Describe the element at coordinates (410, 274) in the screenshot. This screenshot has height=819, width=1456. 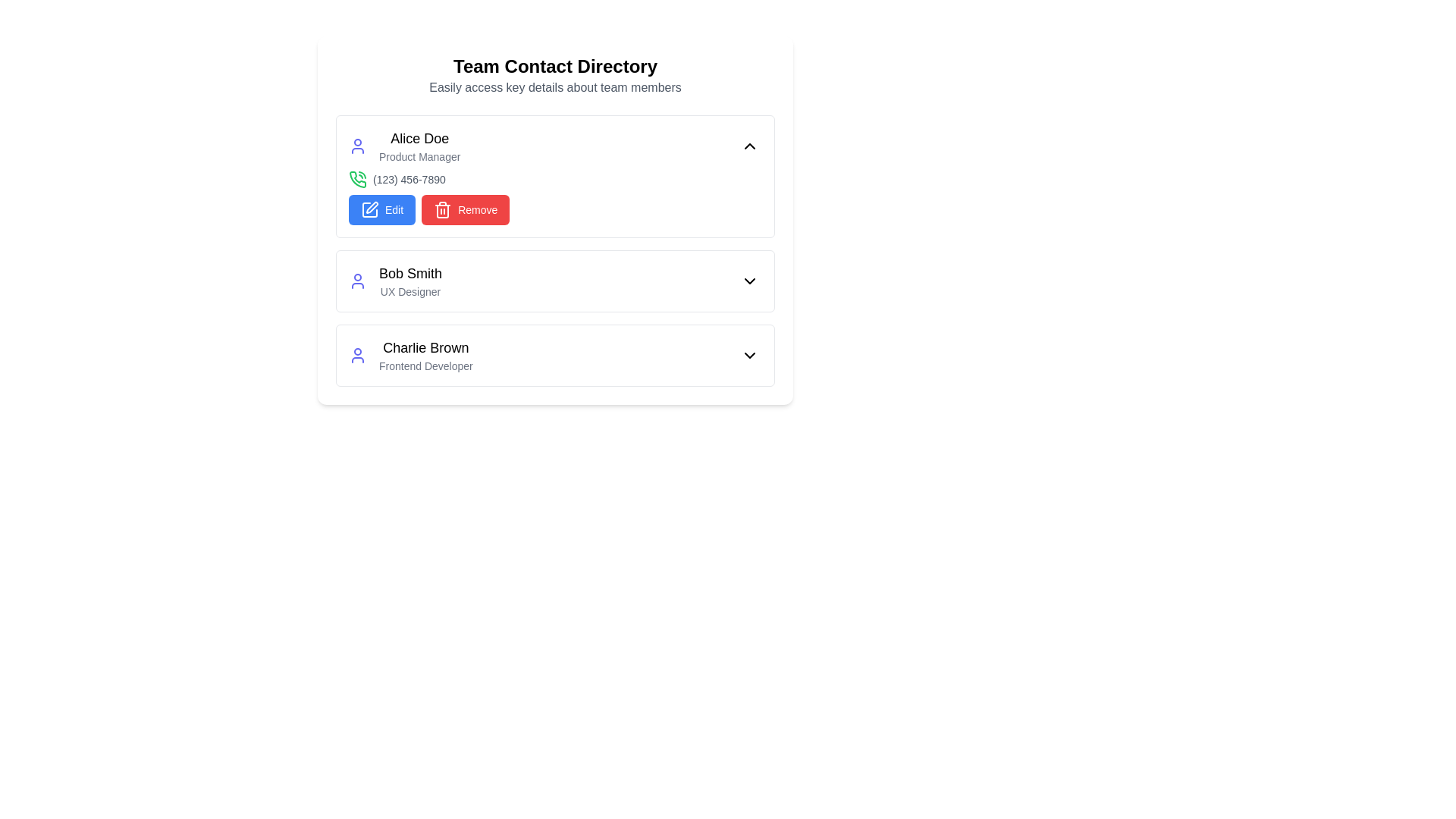
I see `the Text label displaying the contact's name in the second contact card, located above the role description 'UX Designer'` at that location.